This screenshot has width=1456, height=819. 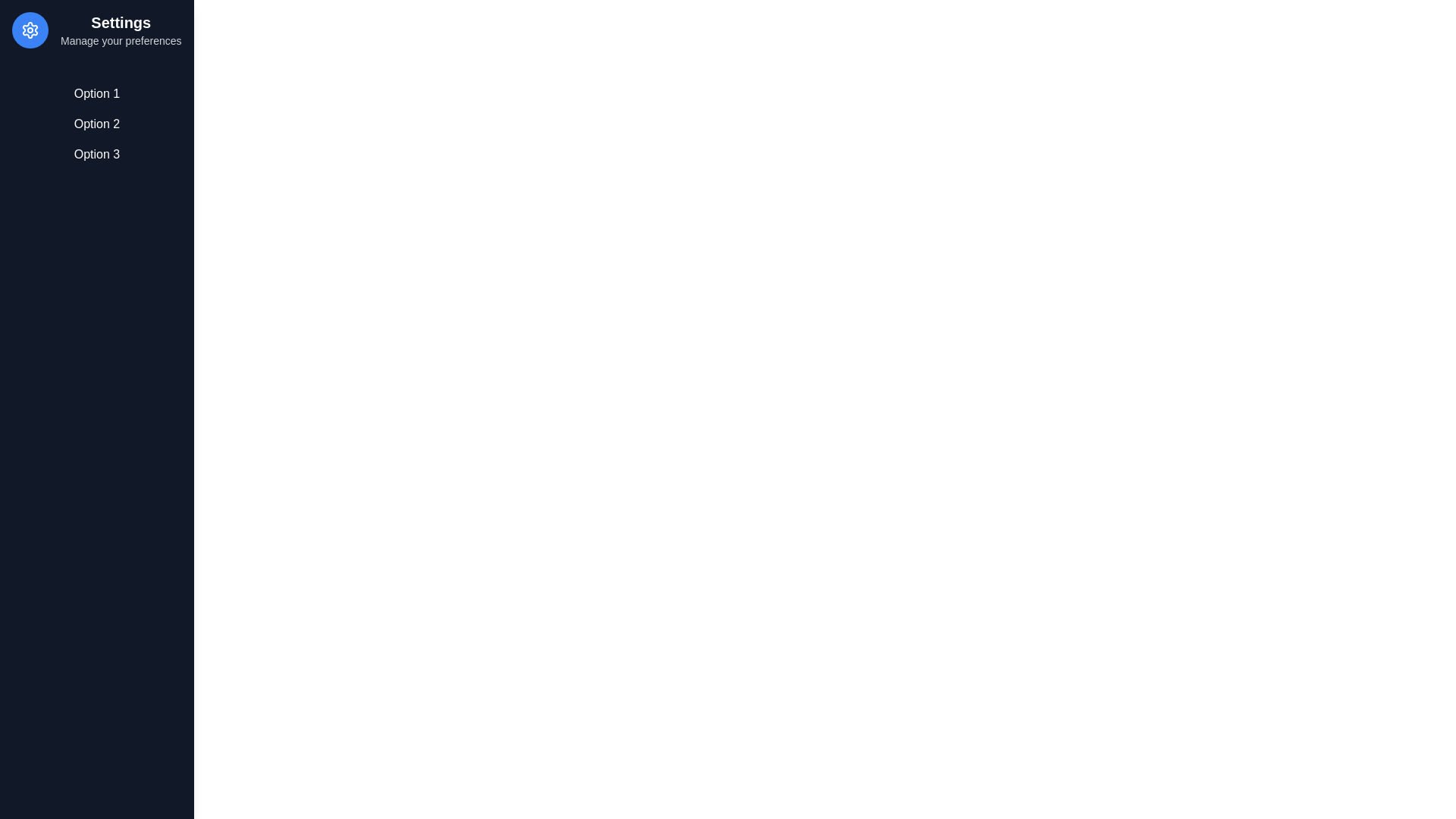 I want to click on the first navigational list item in the sidebar, which contains an icon and text indicating settings options, so click(x=96, y=30).